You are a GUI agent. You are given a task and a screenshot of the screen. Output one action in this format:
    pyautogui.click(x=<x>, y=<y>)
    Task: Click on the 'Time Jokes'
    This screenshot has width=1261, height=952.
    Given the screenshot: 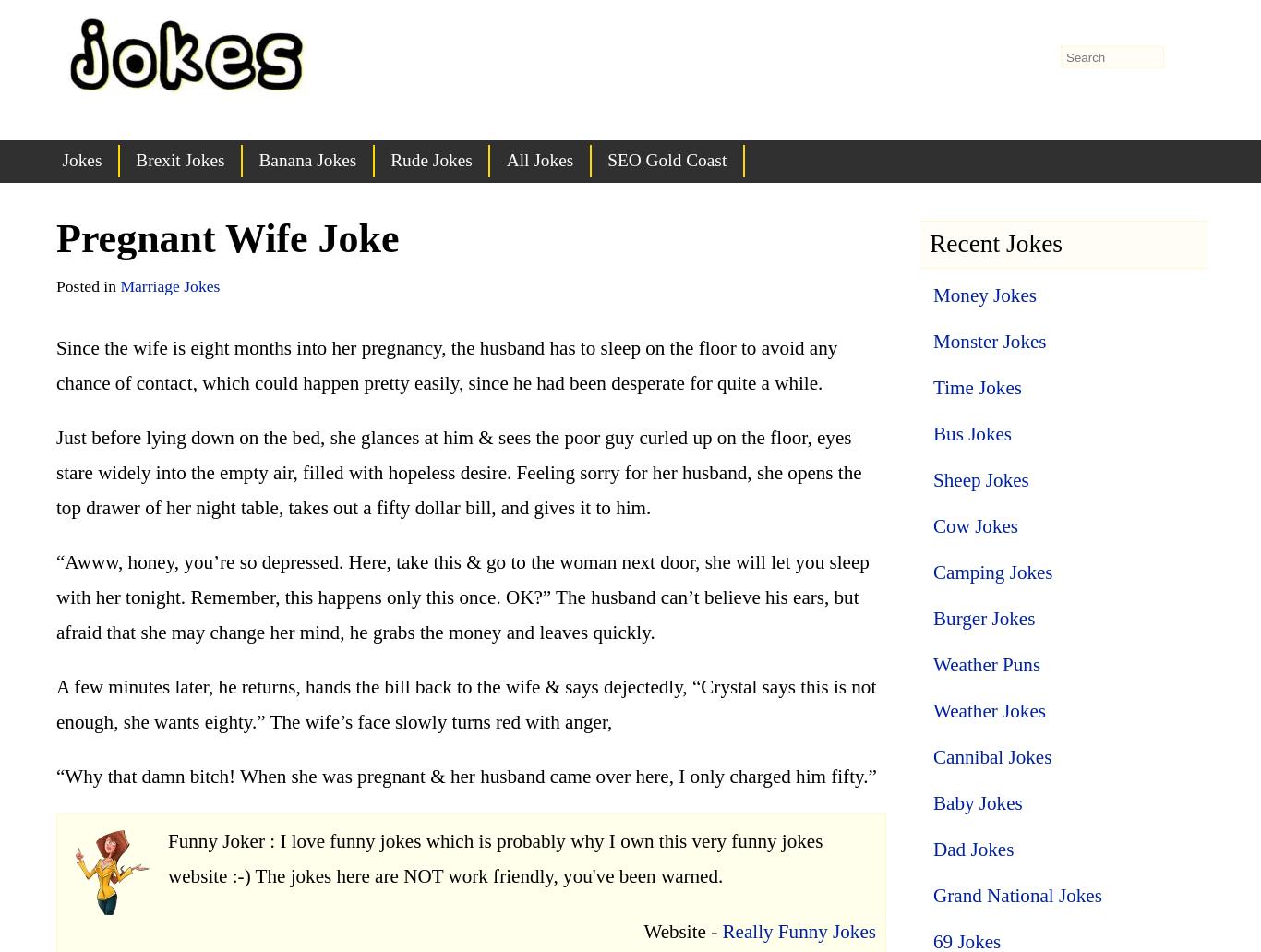 What is the action you would take?
    pyautogui.click(x=977, y=386)
    